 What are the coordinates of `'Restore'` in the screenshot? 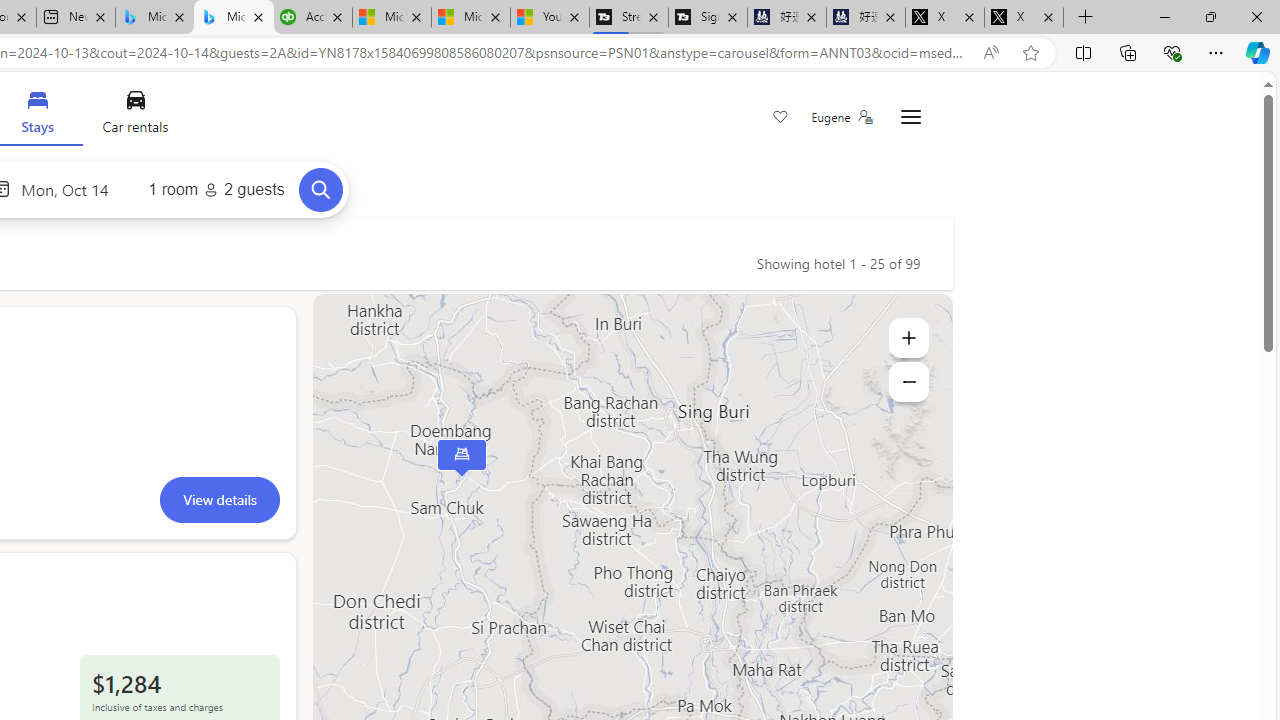 It's located at (1209, 16).